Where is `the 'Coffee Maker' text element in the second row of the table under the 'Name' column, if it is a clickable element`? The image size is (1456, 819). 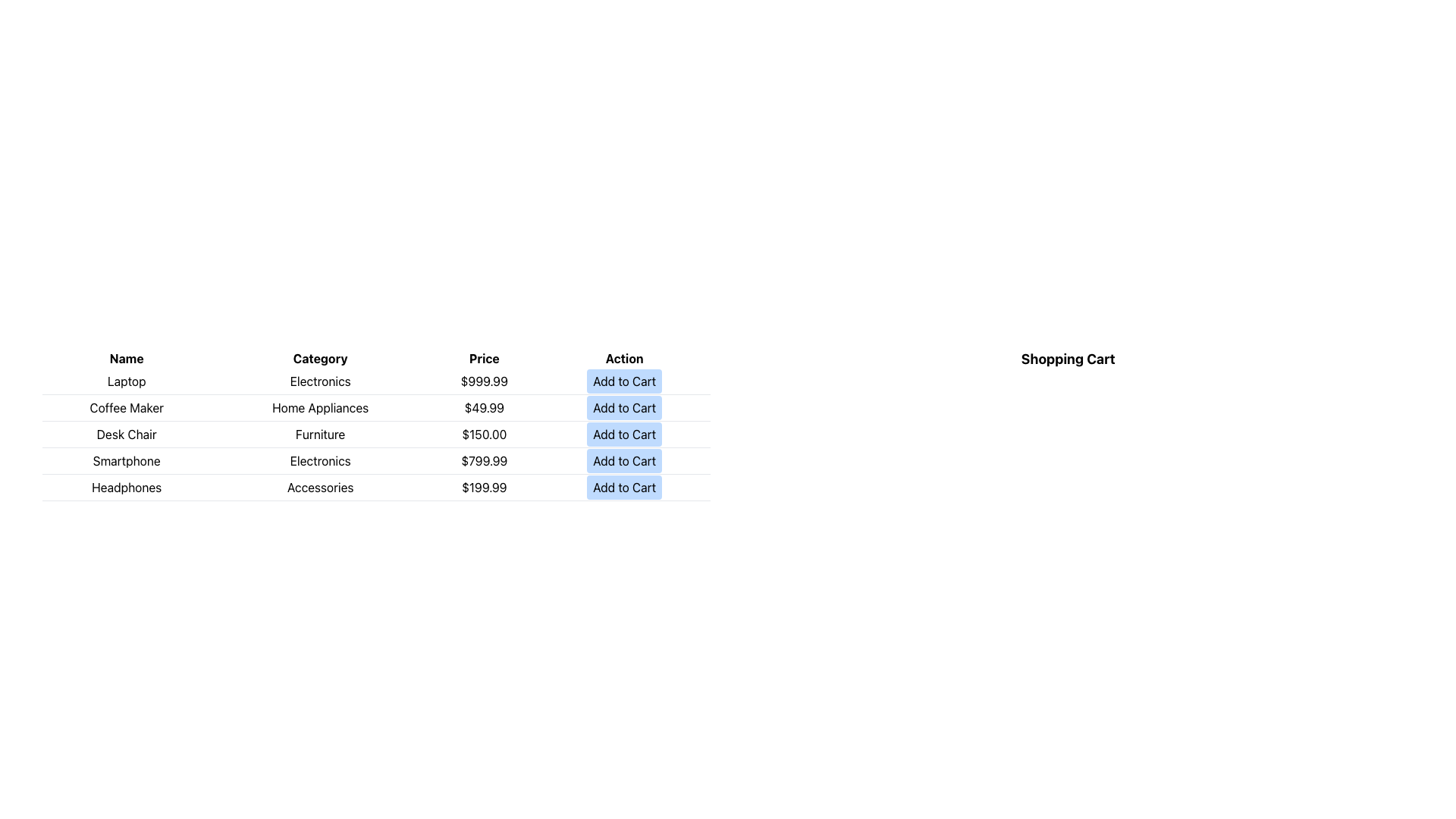 the 'Coffee Maker' text element in the second row of the table under the 'Name' column, if it is a clickable element is located at coordinates (127, 406).